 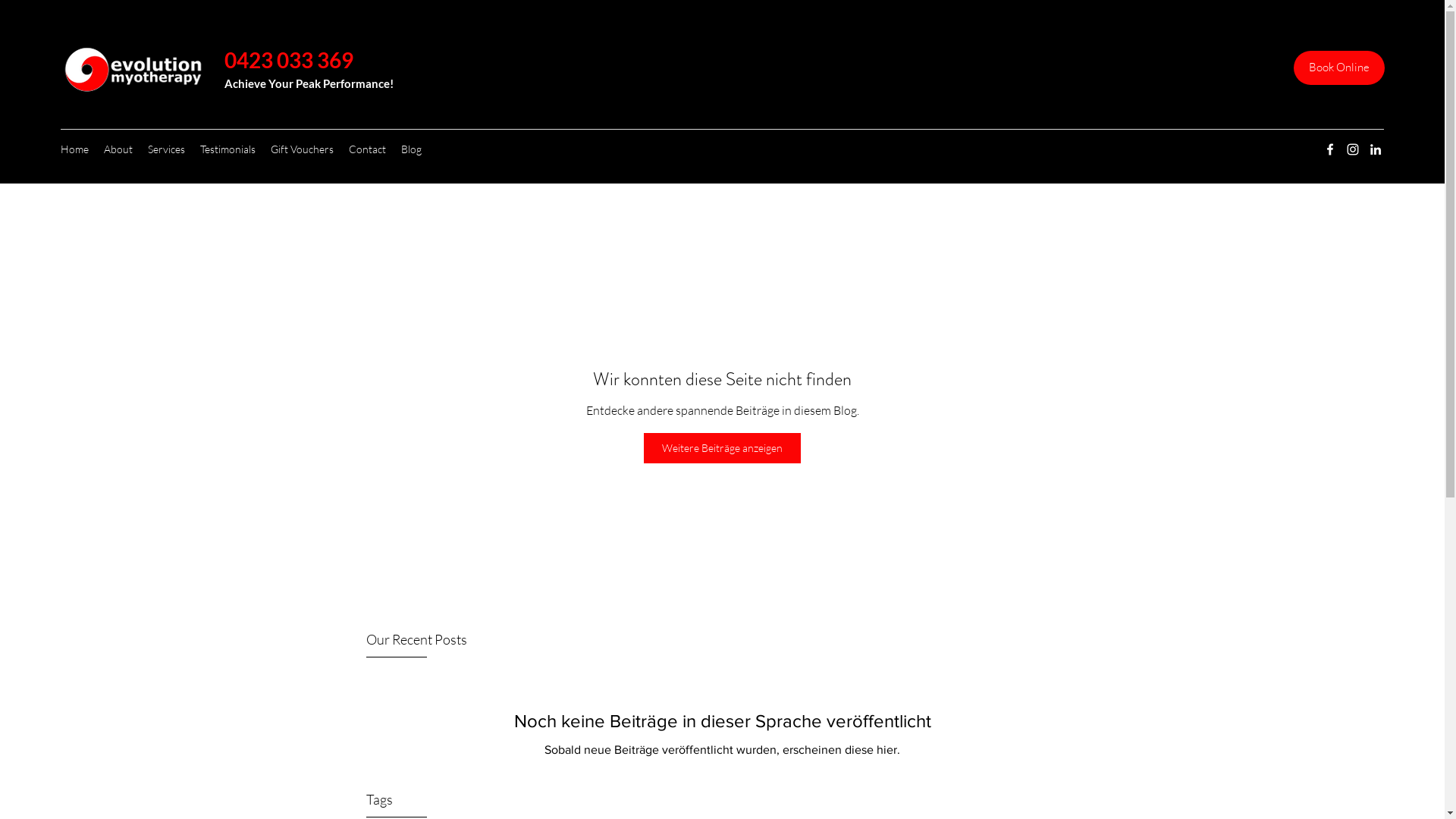 I want to click on 'Testimonials', so click(x=227, y=149).